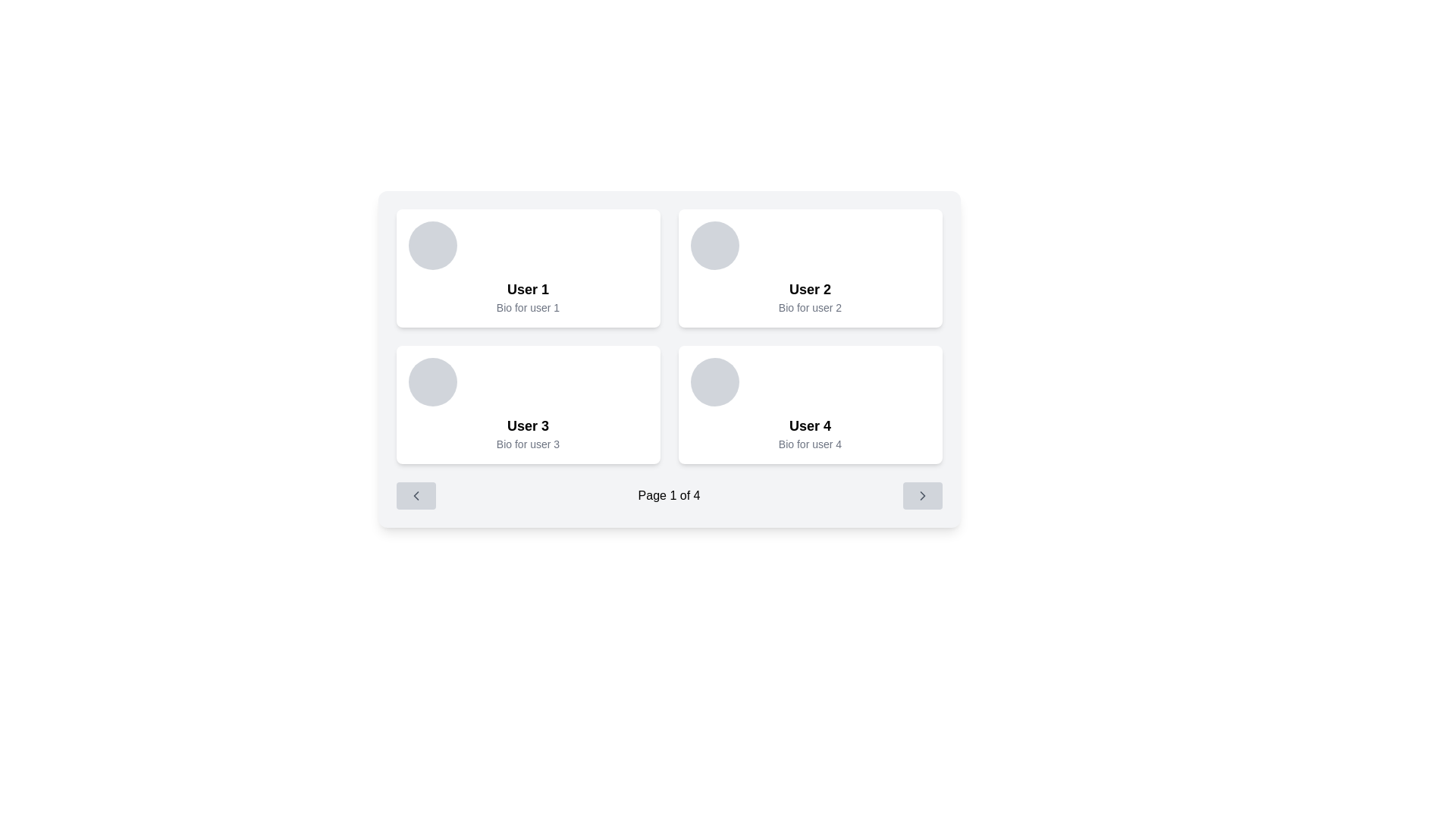  Describe the element at coordinates (528, 403) in the screenshot. I see `the Profile Card displaying 'User 3' with a white background and rounded corners, located in the bottom-left of a 2x2 grid layout` at that location.